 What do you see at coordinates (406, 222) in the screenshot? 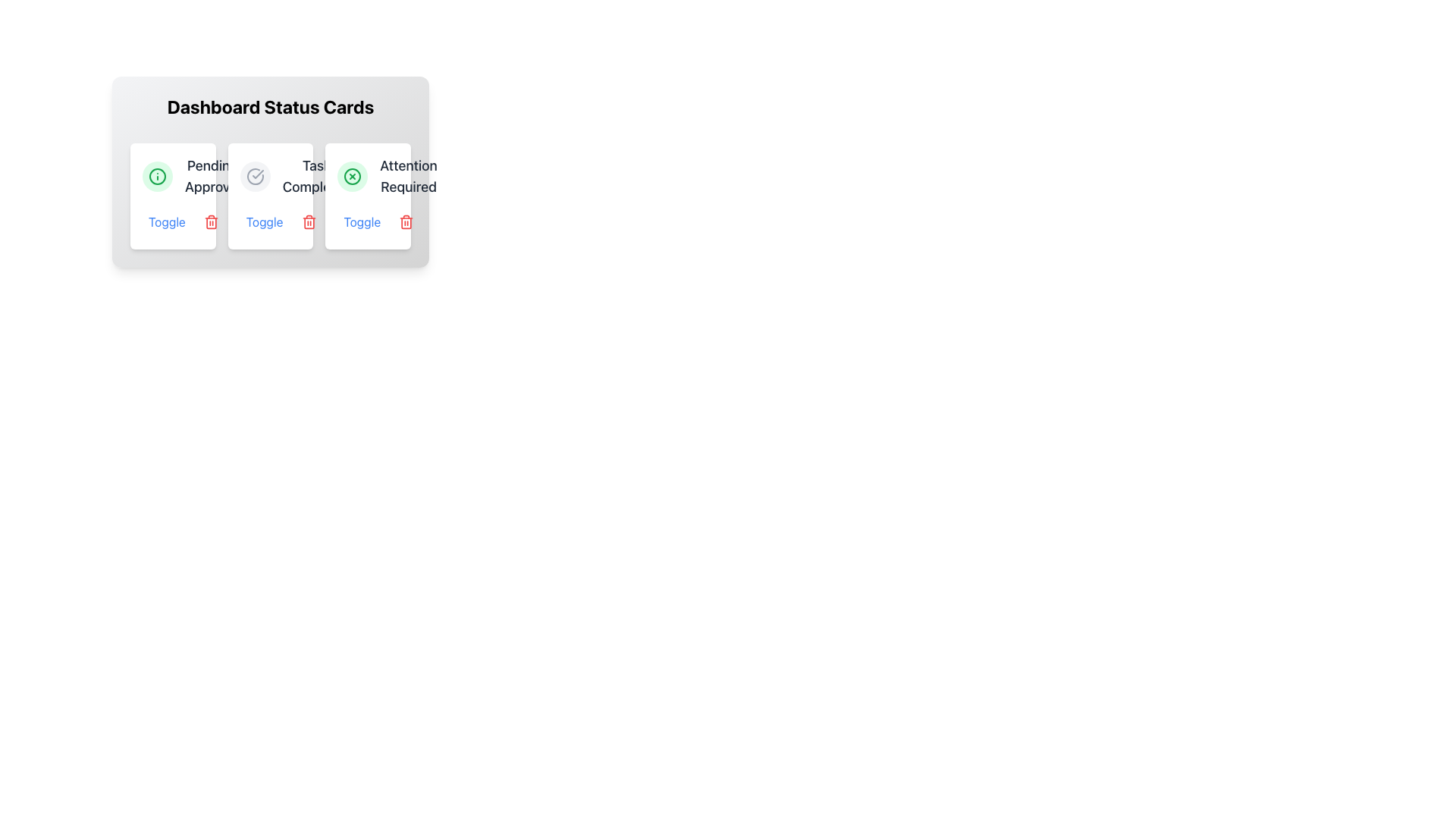
I see `the delete icon button located at the bottom right corner of the 'Attention Required' card in the 'Dashboard Status Cards' section` at bounding box center [406, 222].